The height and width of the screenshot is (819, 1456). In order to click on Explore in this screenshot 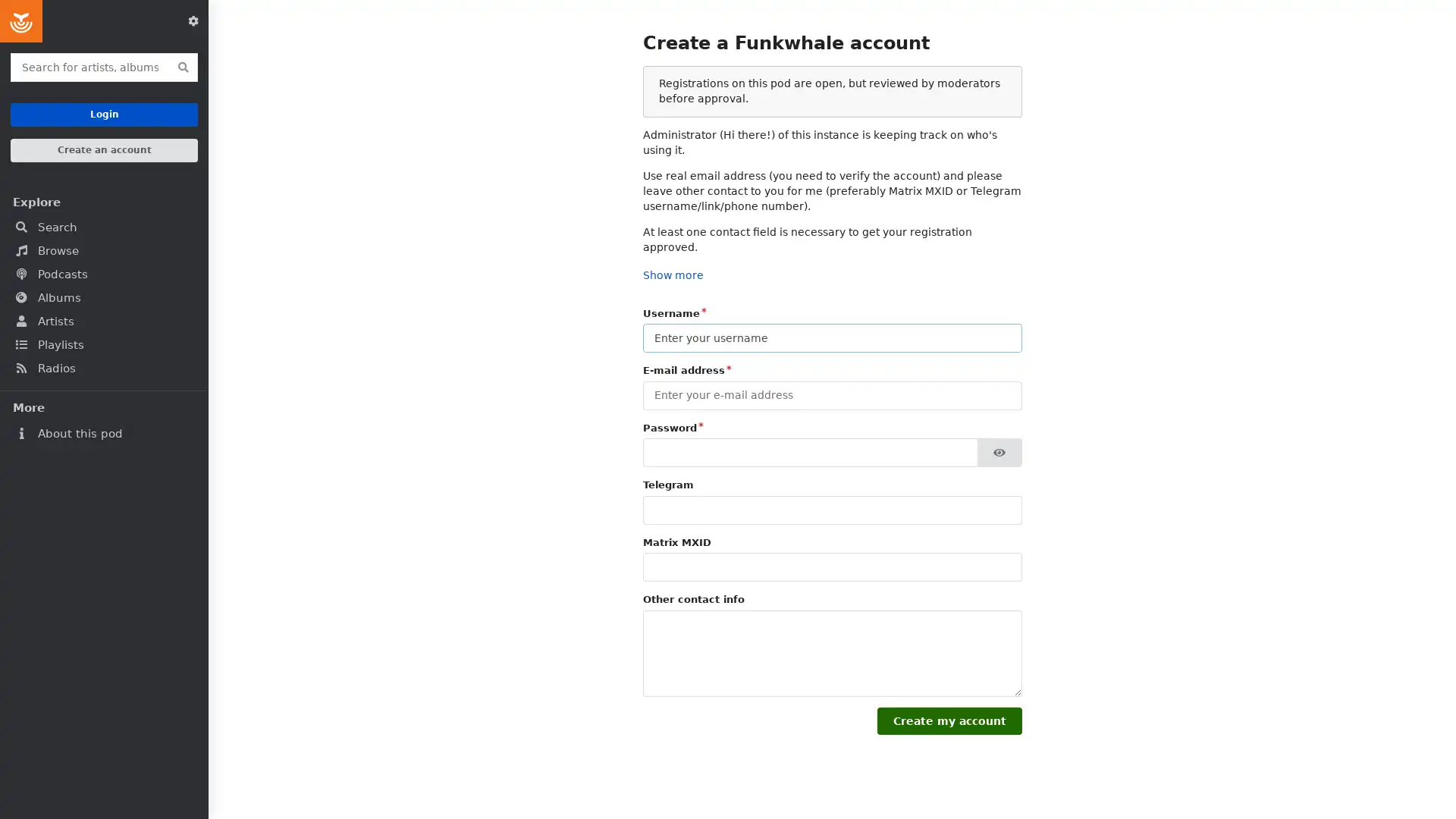, I will do `click(103, 201)`.